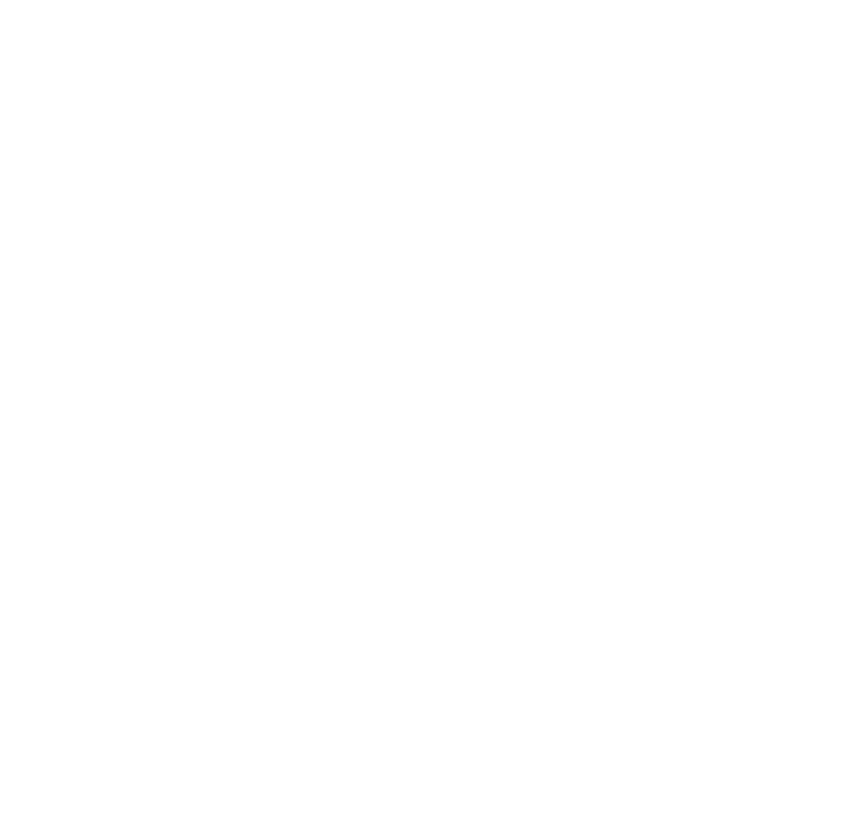 The image size is (850, 830). What do you see at coordinates (345, 312) in the screenshot?
I see `'Help'` at bounding box center [345, 312].